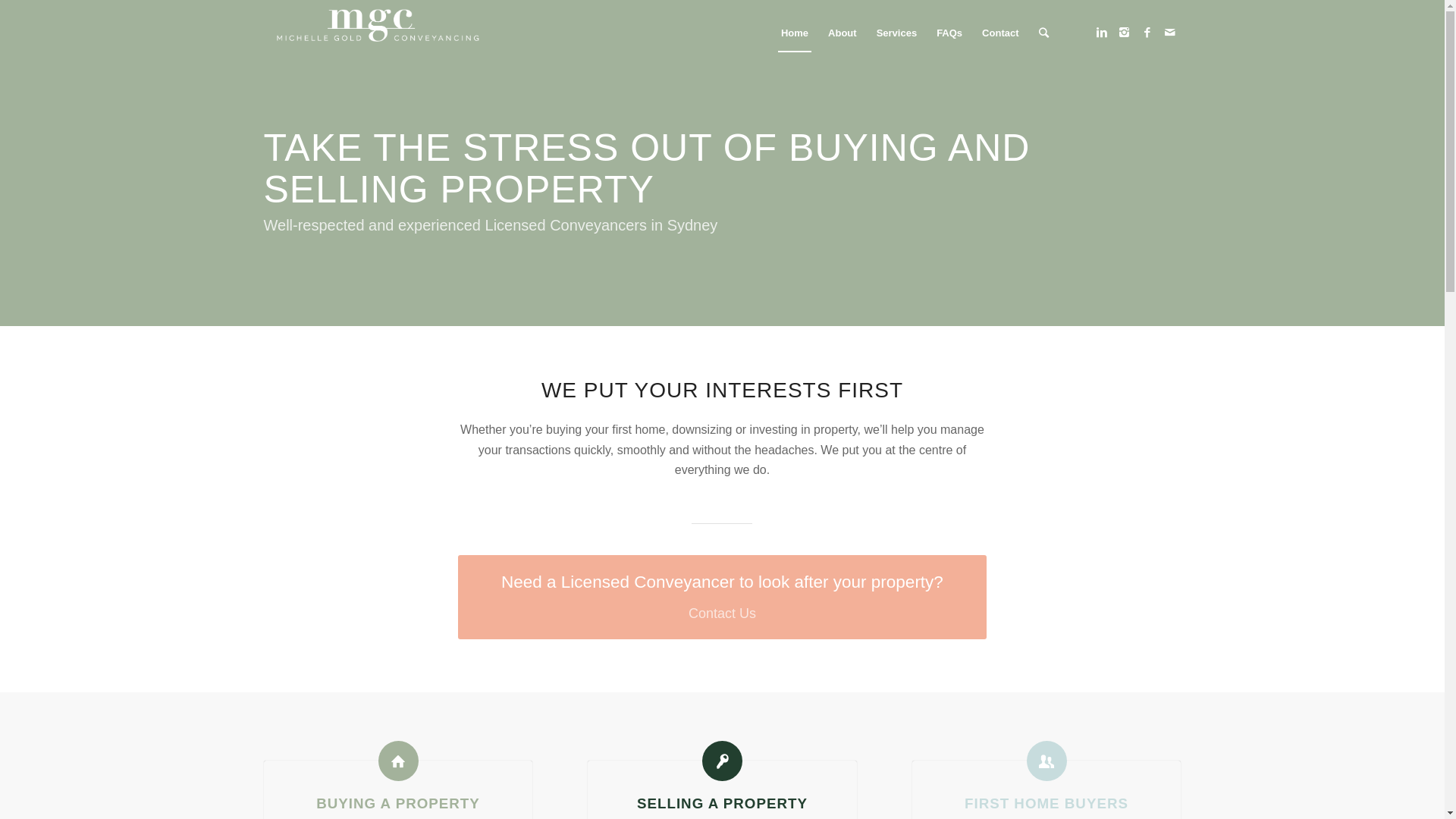  Describe the element at coordinates (378, 761) in the screenshot. I see `'Buying a property'` at that location.